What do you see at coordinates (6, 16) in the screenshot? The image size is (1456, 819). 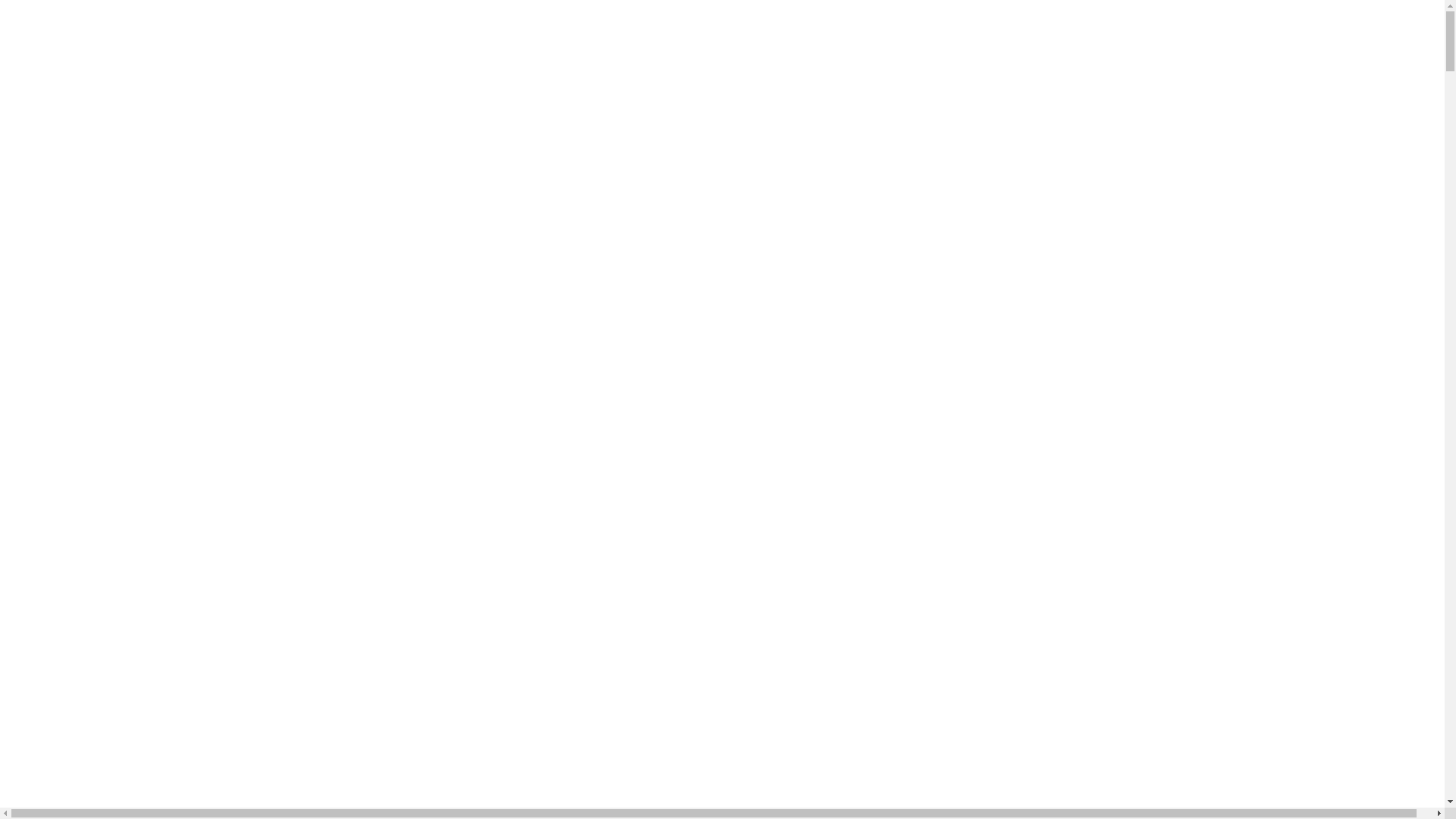 I see `'Skip to main content'` at bounding box center [6, 16].